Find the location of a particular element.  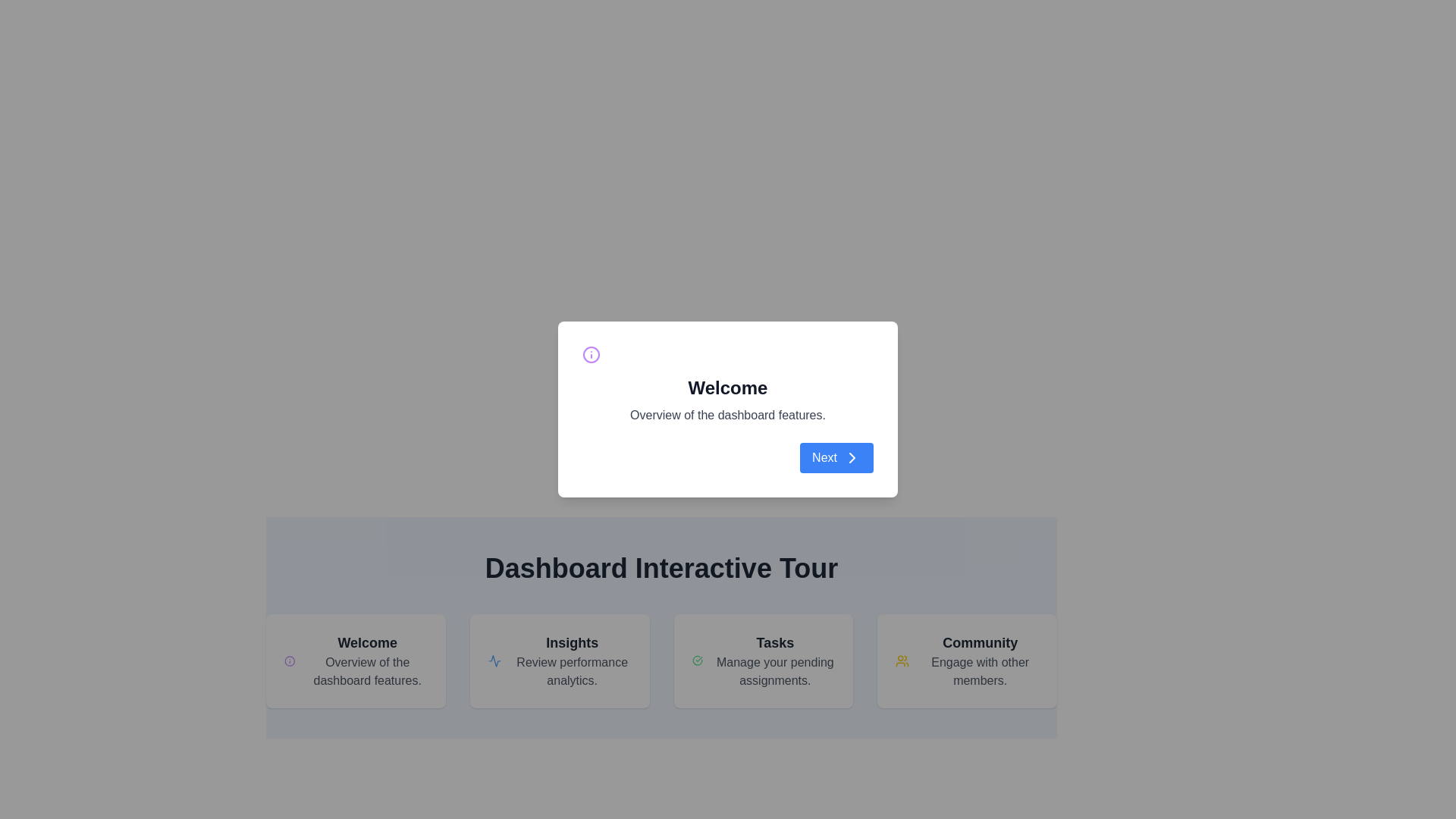

the text label providing additional information about the 'Community' section, located in the bottom portion of the interface, below the bold title 'Community' is located at coordinates (980, 671).